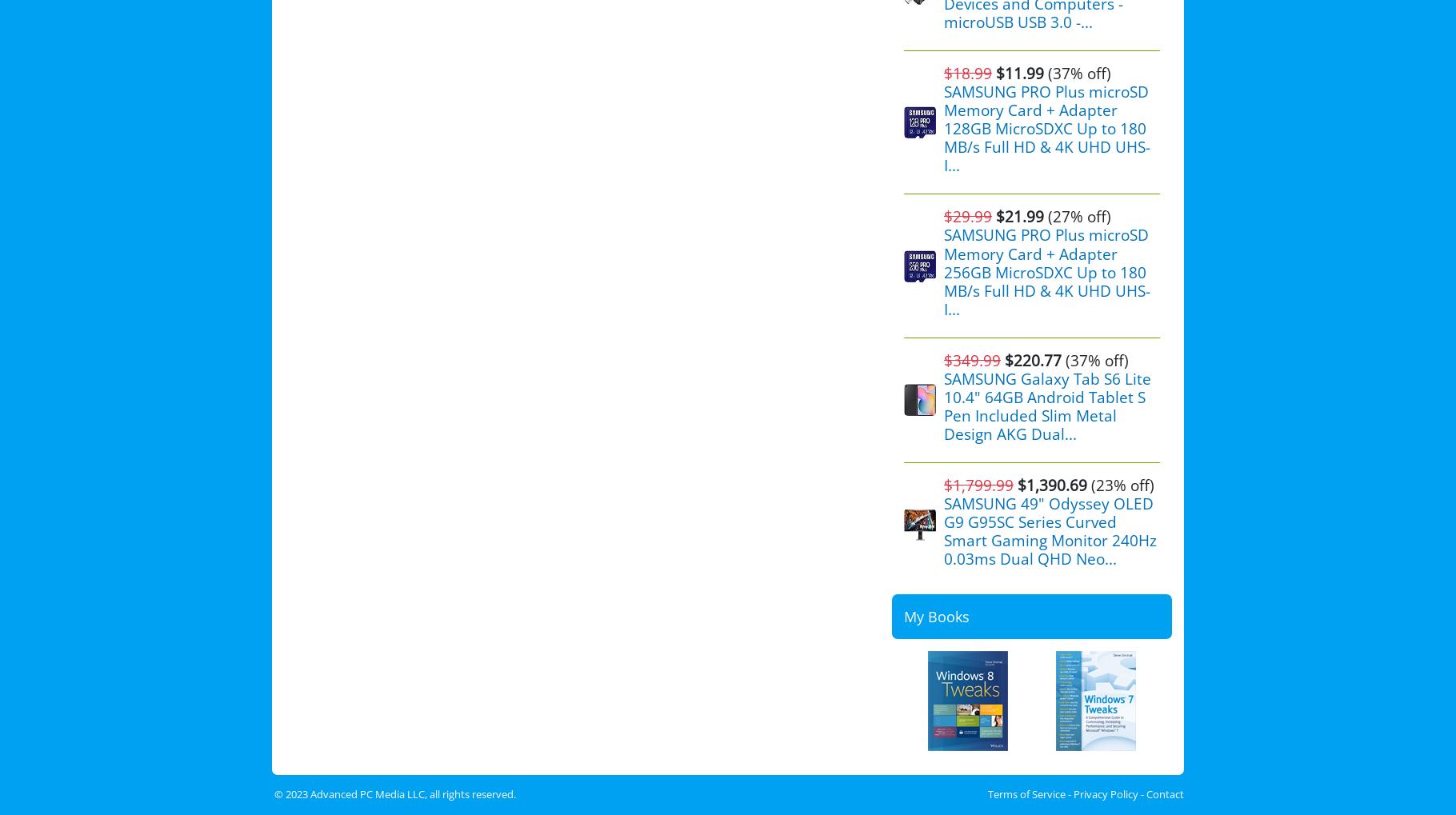  I want to click on '$349.99', so click(972, 359).